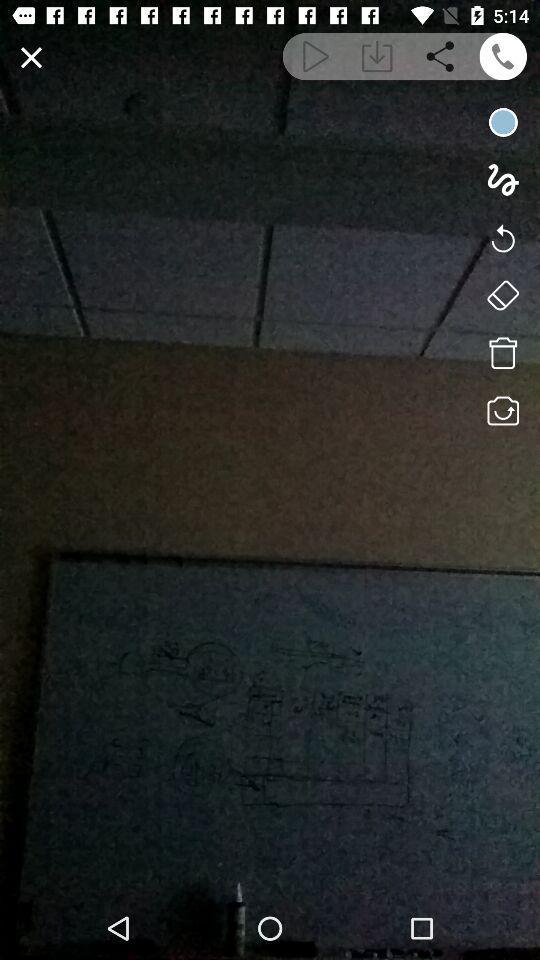 The width and height of the screenshot is (540, 960). Describe the element at coordinates (30, 56) in the screenshot. I see `exit view mode` at that location.